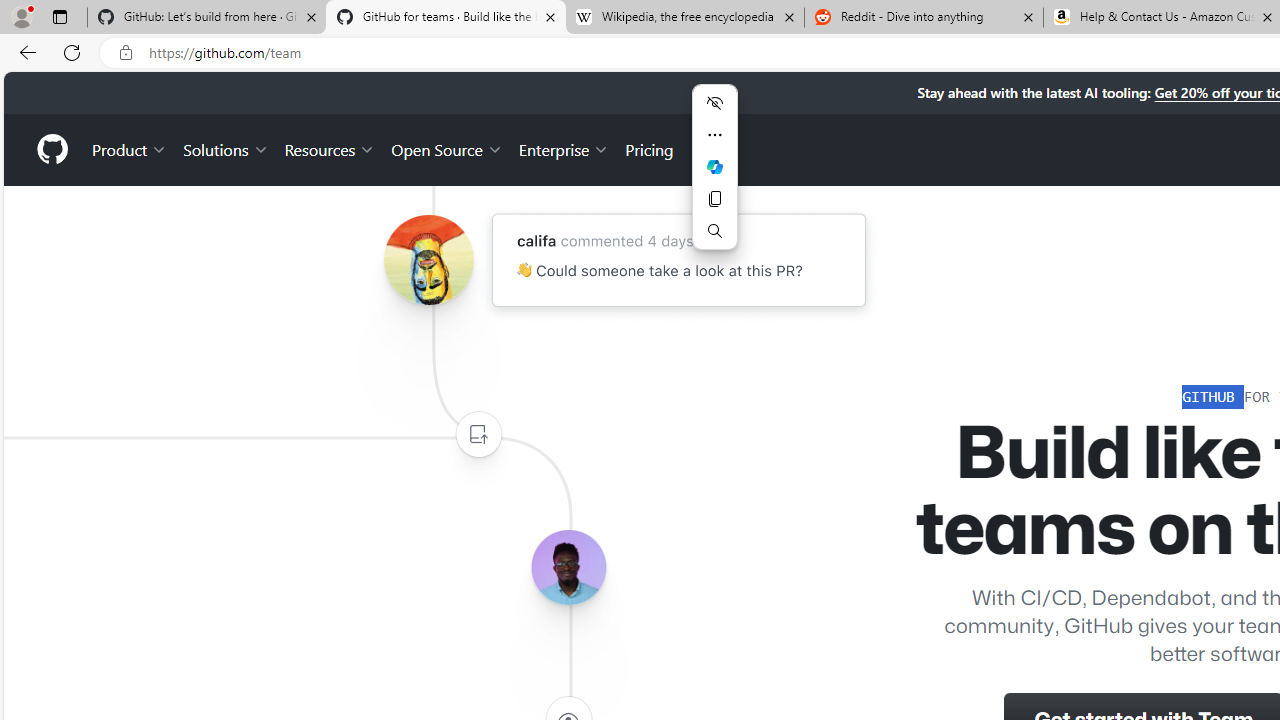 The height and width of the screenshot is (720, 1280). I want to click on 'Mini menu on text selection', so click(714, 166).